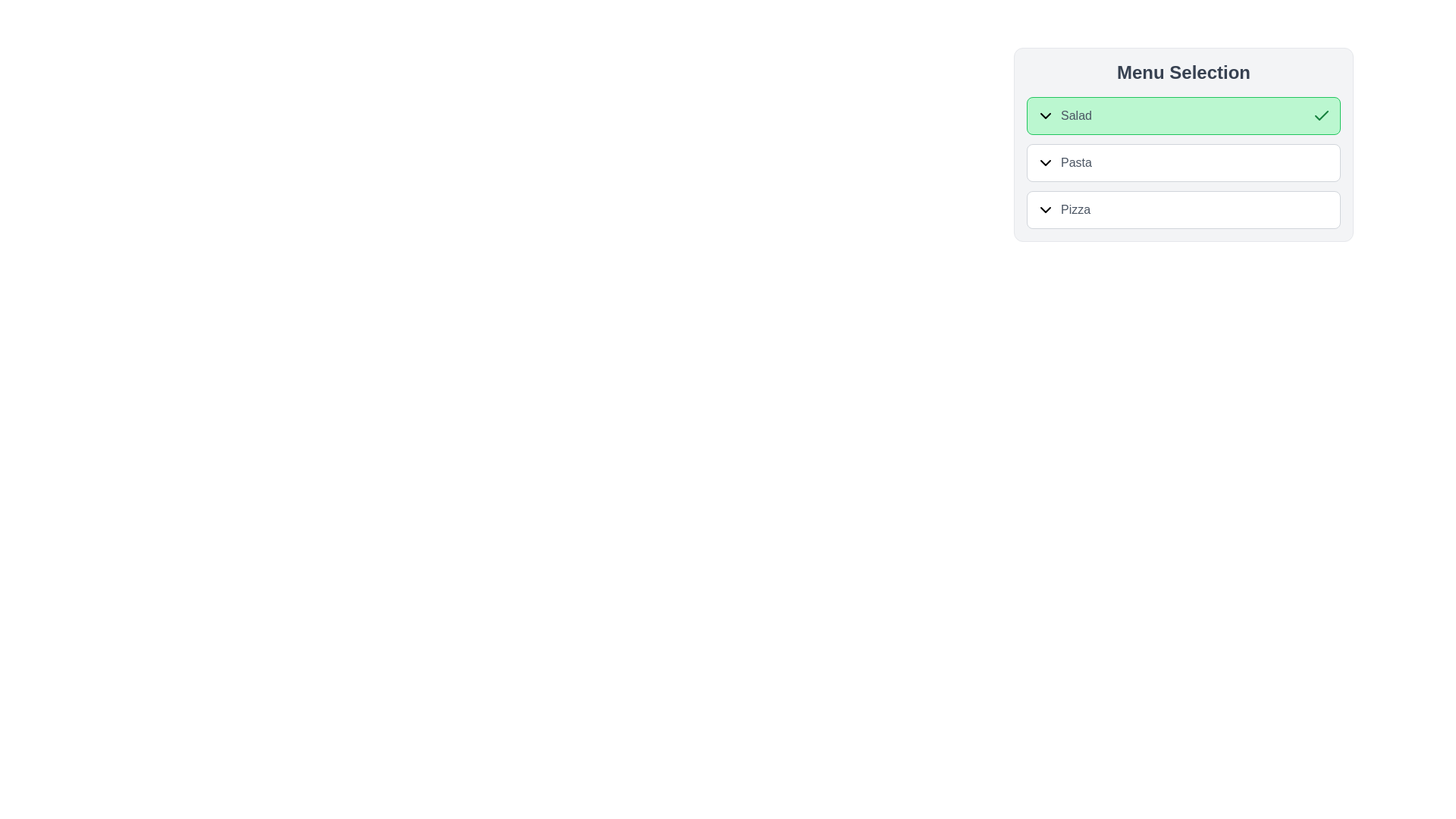 This screenshot has height=819, width=1456. I want to click on the text of the 'Pasta' label in the selectable list, which is positioned between 'Salad' and 'Pizza', so click(1075, 163).